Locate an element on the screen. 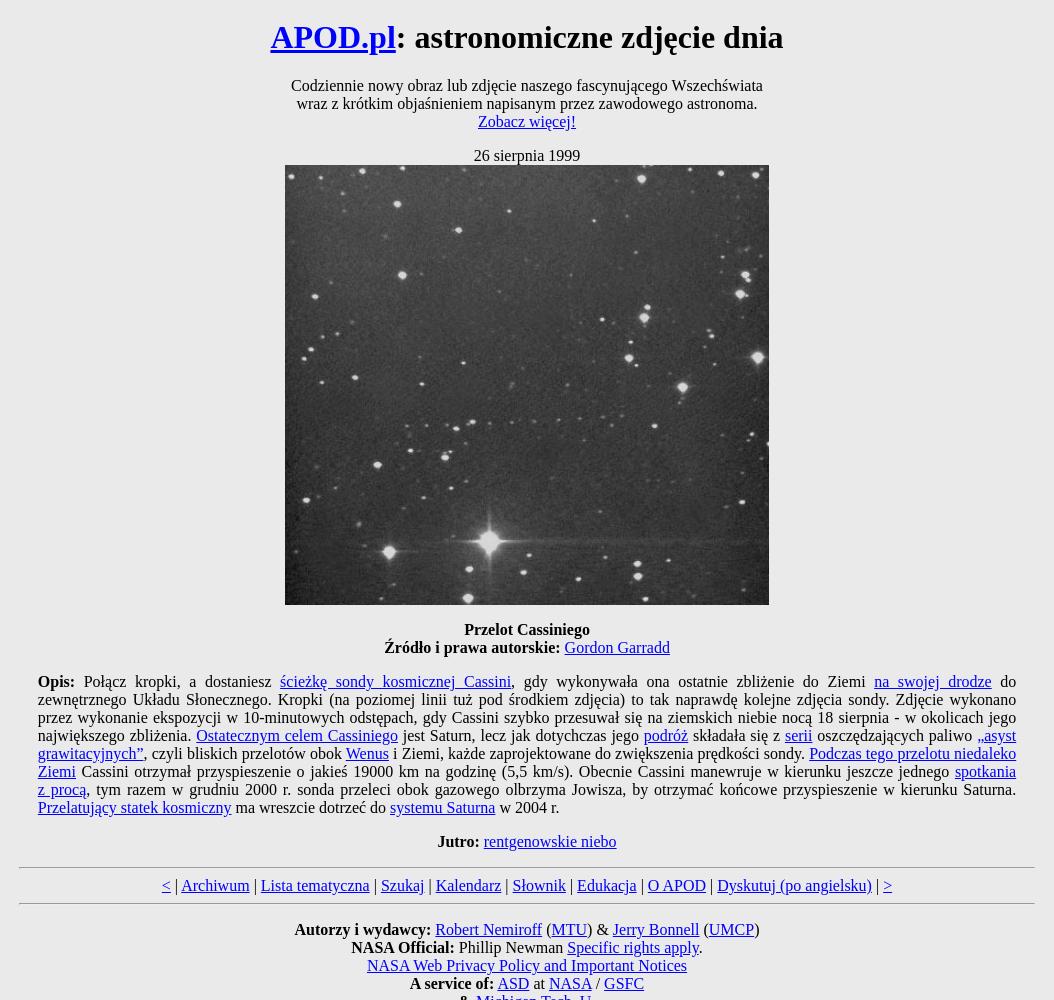 Image resolution: width=1054 pixels, height=1000 pixels. 'Przelatujący statek kosmiczny' is located at coordinates (133, 807).